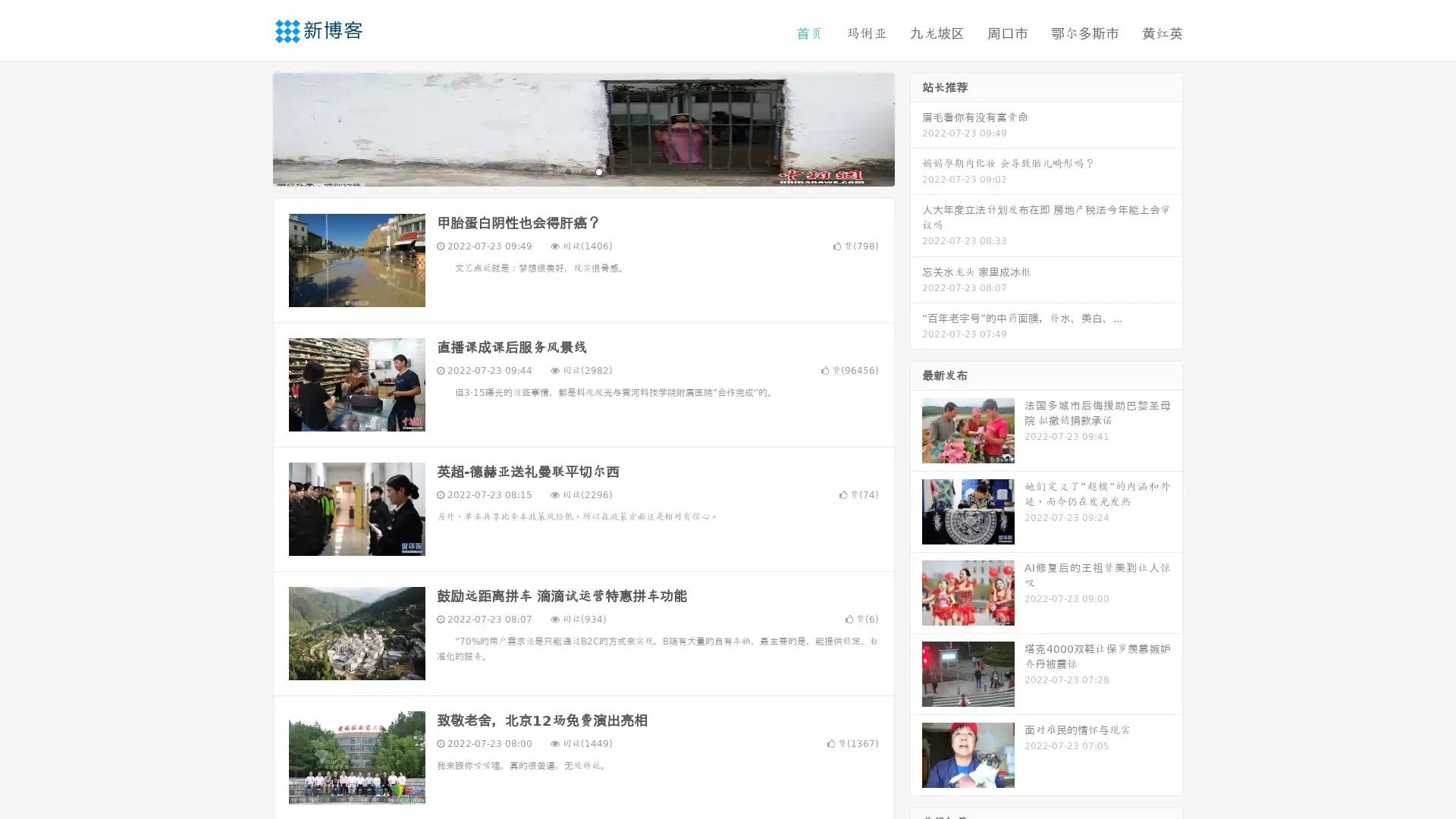 This screenshot has height=819, width=1456. What do you see at coordinates (598, 171) in the screenshot?
I see `Go to slide 3` at bounding box center [598, 171].